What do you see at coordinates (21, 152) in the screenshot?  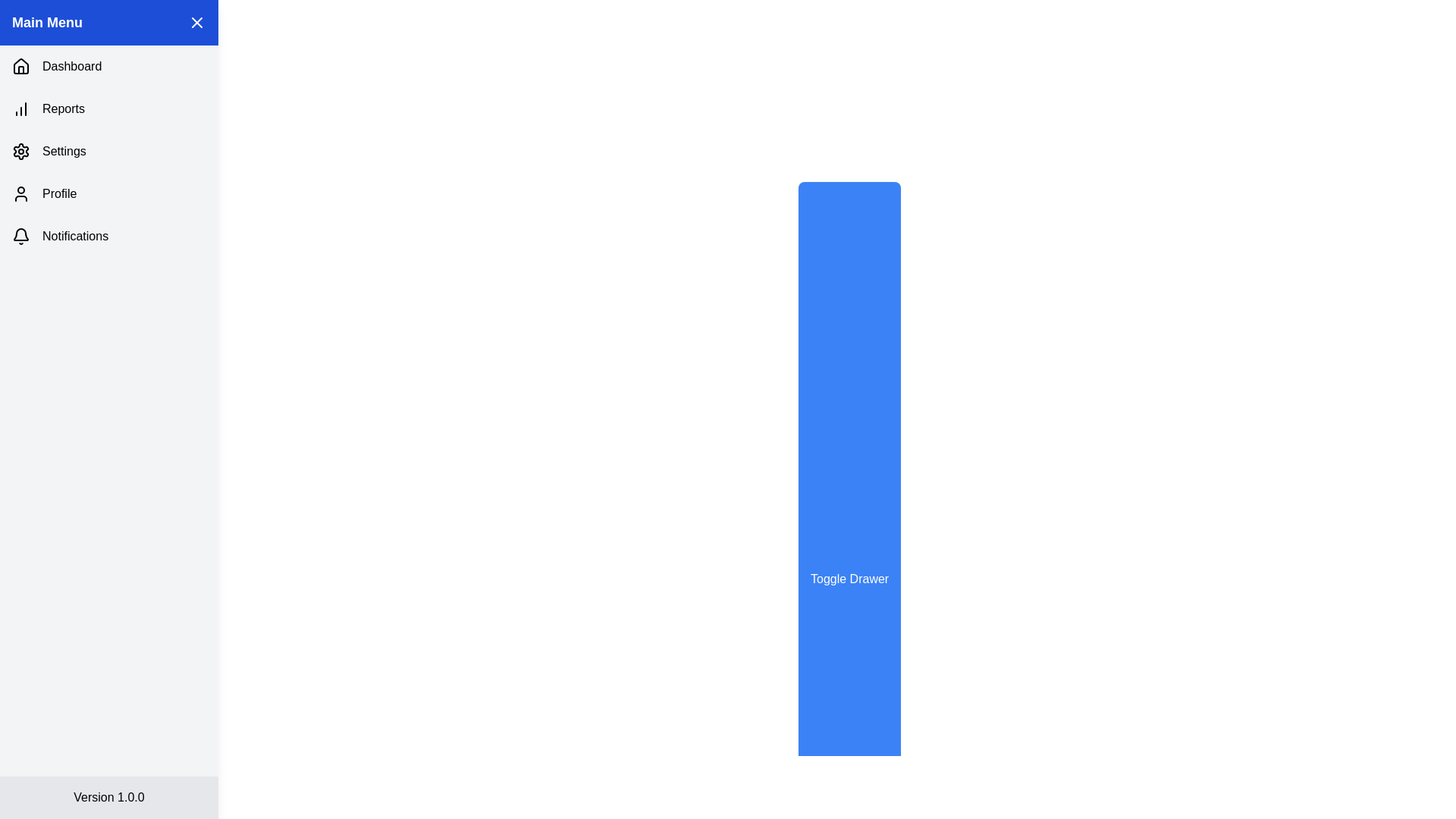 I see `the settings navigation icon located` at bounding box center [21, 152].